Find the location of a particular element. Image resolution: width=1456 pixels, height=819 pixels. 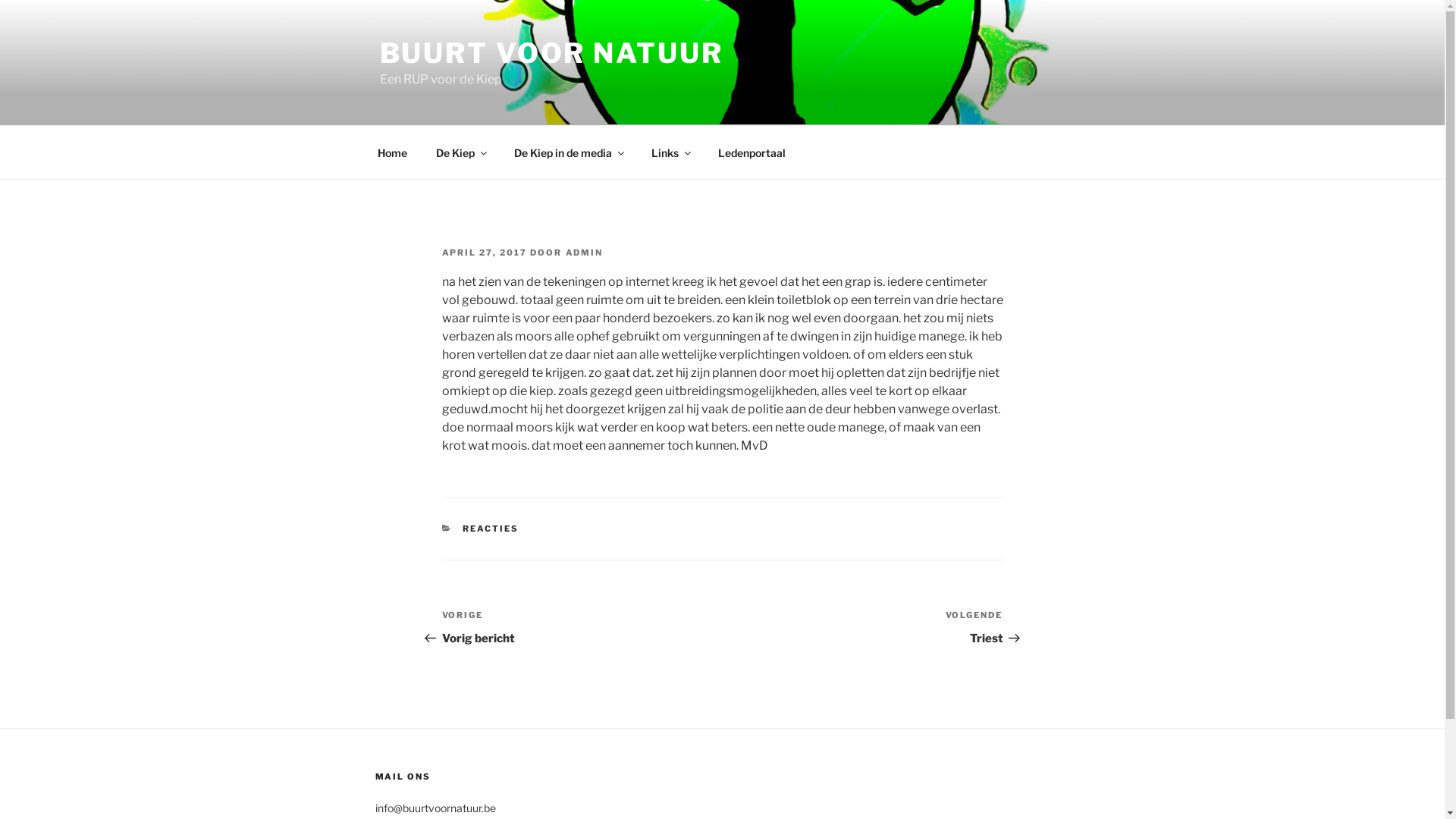

'Home' is located at coordinates (392, 152).